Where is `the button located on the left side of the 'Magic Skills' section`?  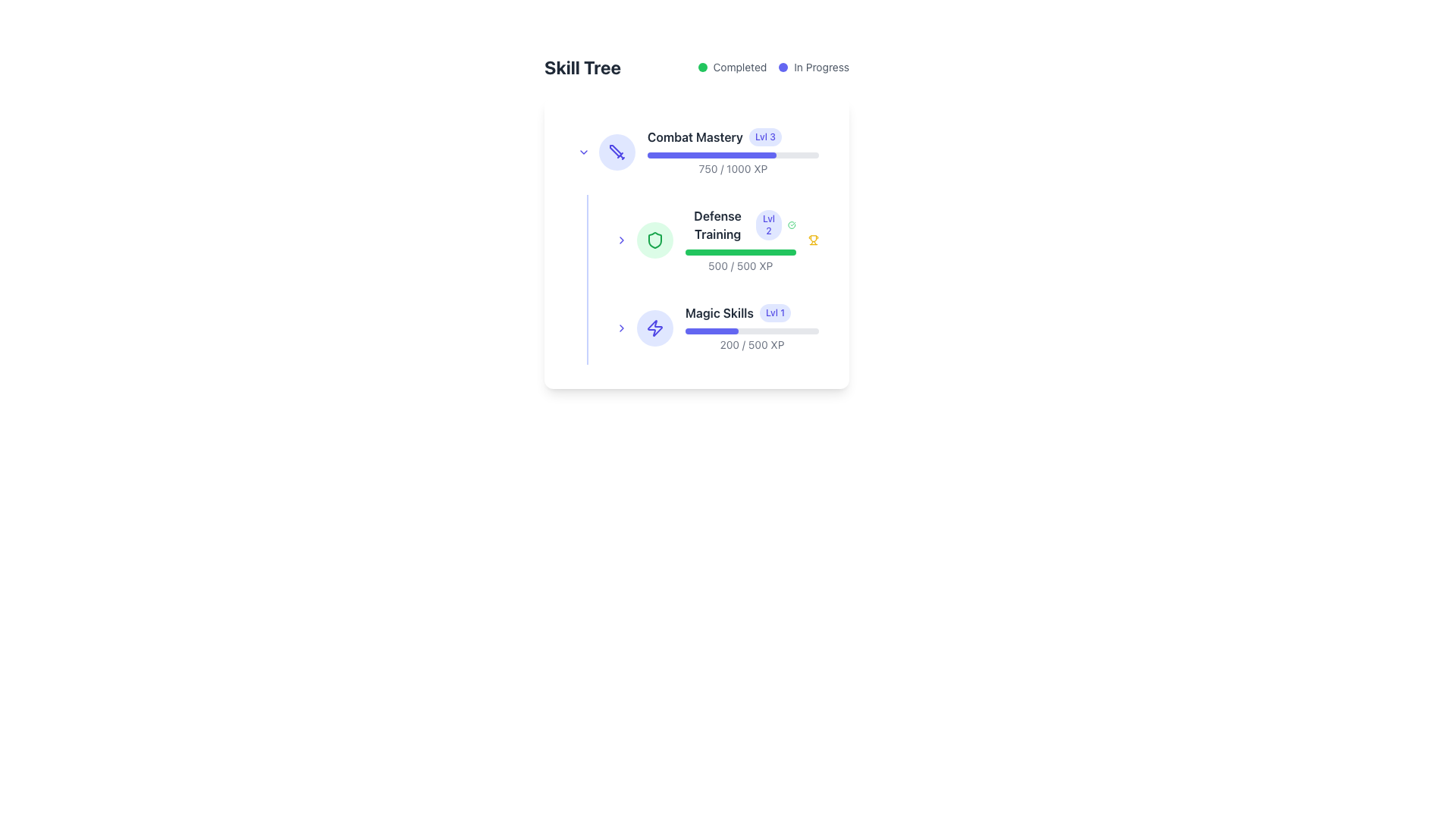
the button located on the left side of the 'Magic Skills' section is located at coordinates (622, 327).